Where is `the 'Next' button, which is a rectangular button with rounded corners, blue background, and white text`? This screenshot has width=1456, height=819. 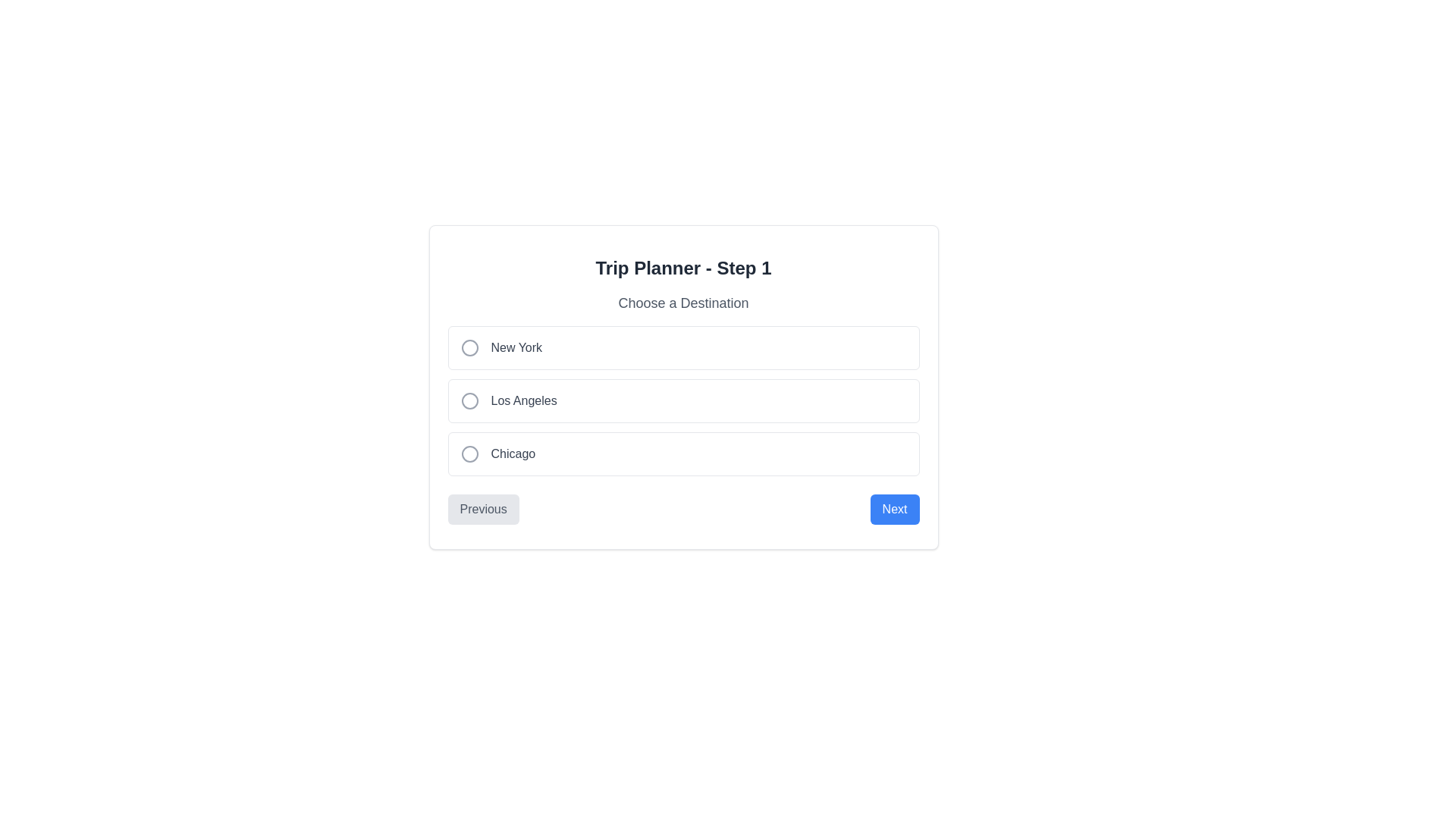 the 'Next' button, which is a rectangular button with rounded corners, blue background, and white text is located at coordinates (895, 509).